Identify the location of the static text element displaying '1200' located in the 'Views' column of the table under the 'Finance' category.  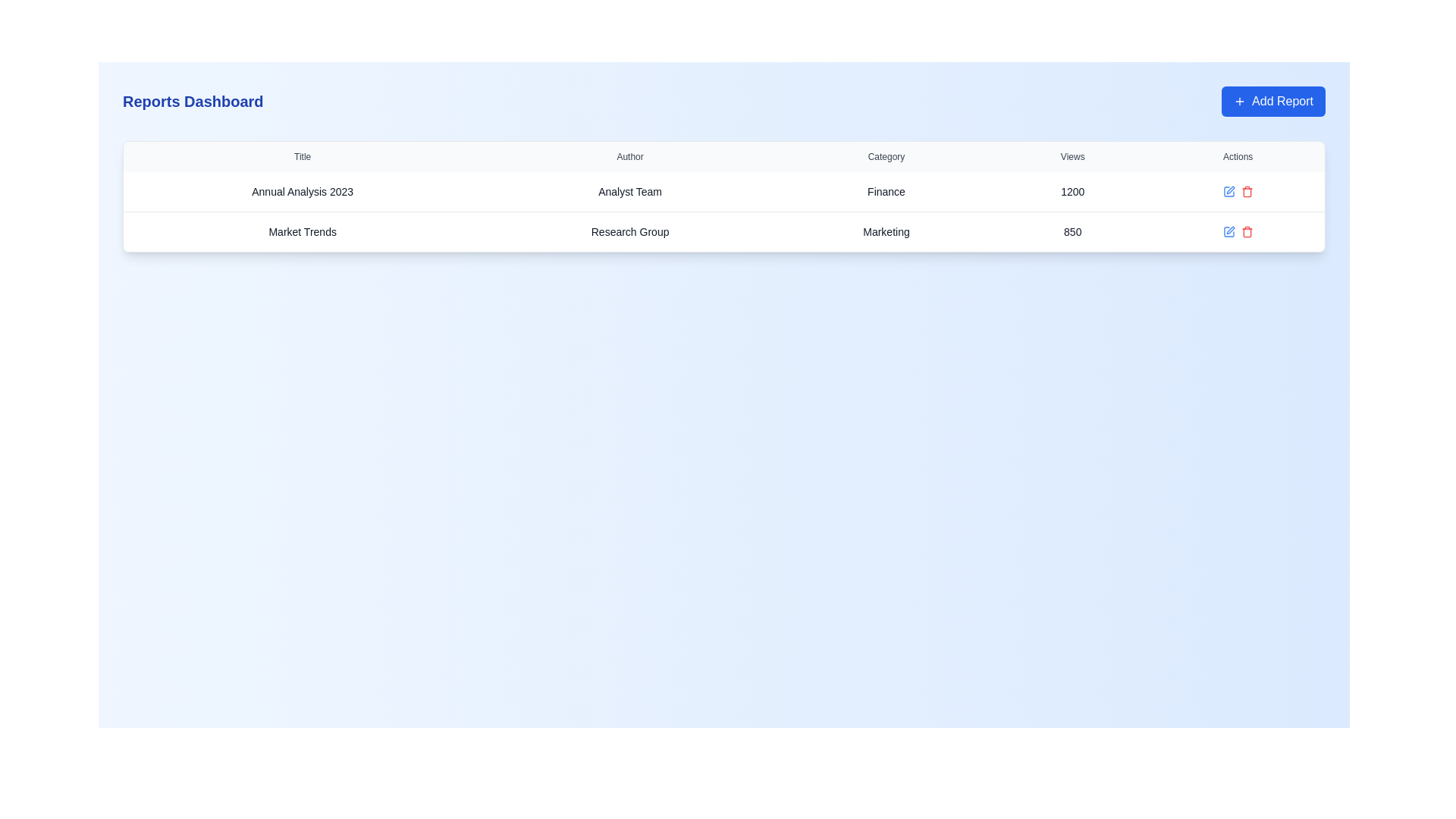
(1072, 191).